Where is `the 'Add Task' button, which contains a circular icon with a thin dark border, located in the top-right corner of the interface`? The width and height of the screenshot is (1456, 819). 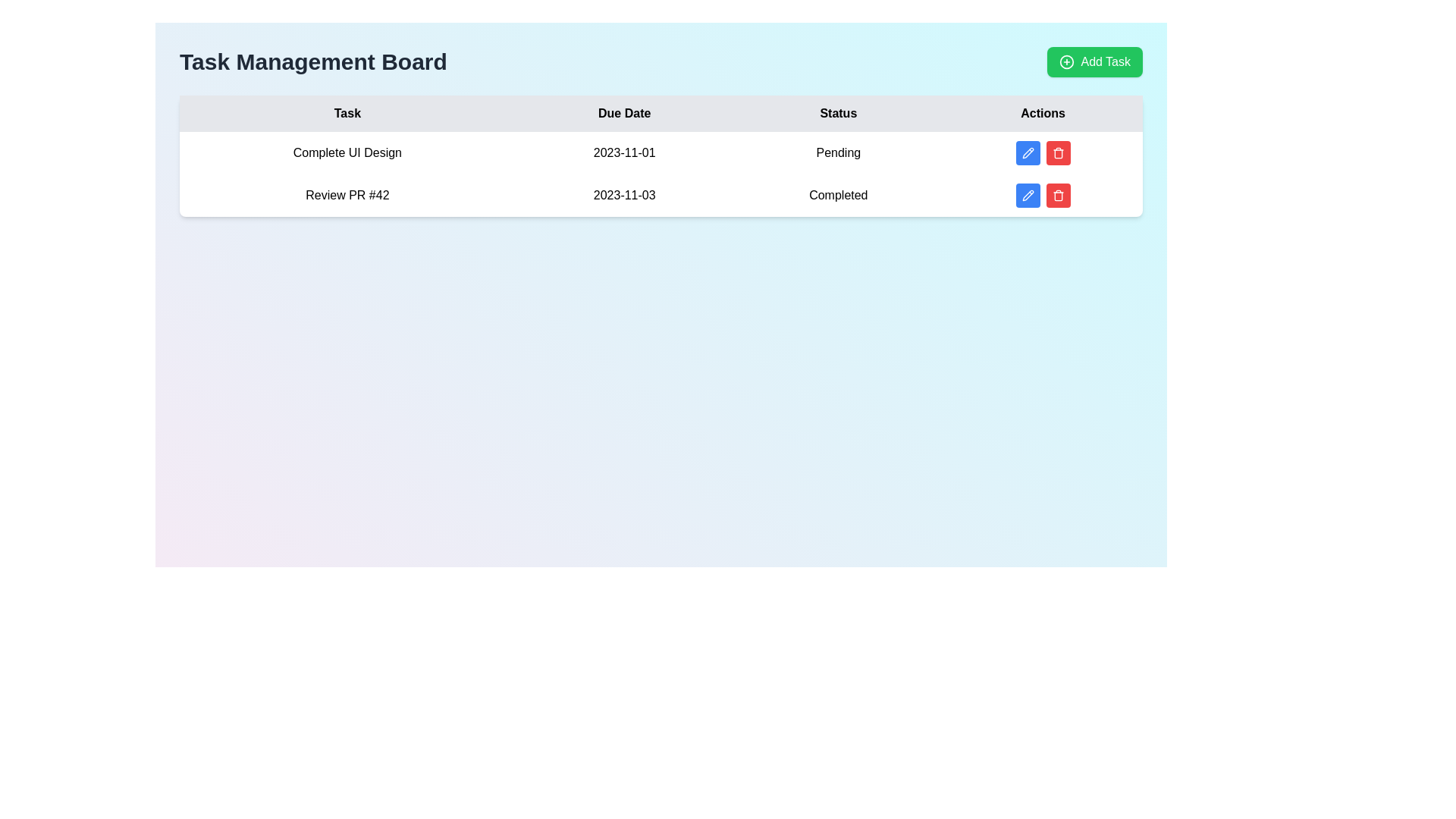 the 'Add Task' button, which contains a circular icon with a thin dark border, located in the top-right corner of the interface is located at coordinates (1066, 61).